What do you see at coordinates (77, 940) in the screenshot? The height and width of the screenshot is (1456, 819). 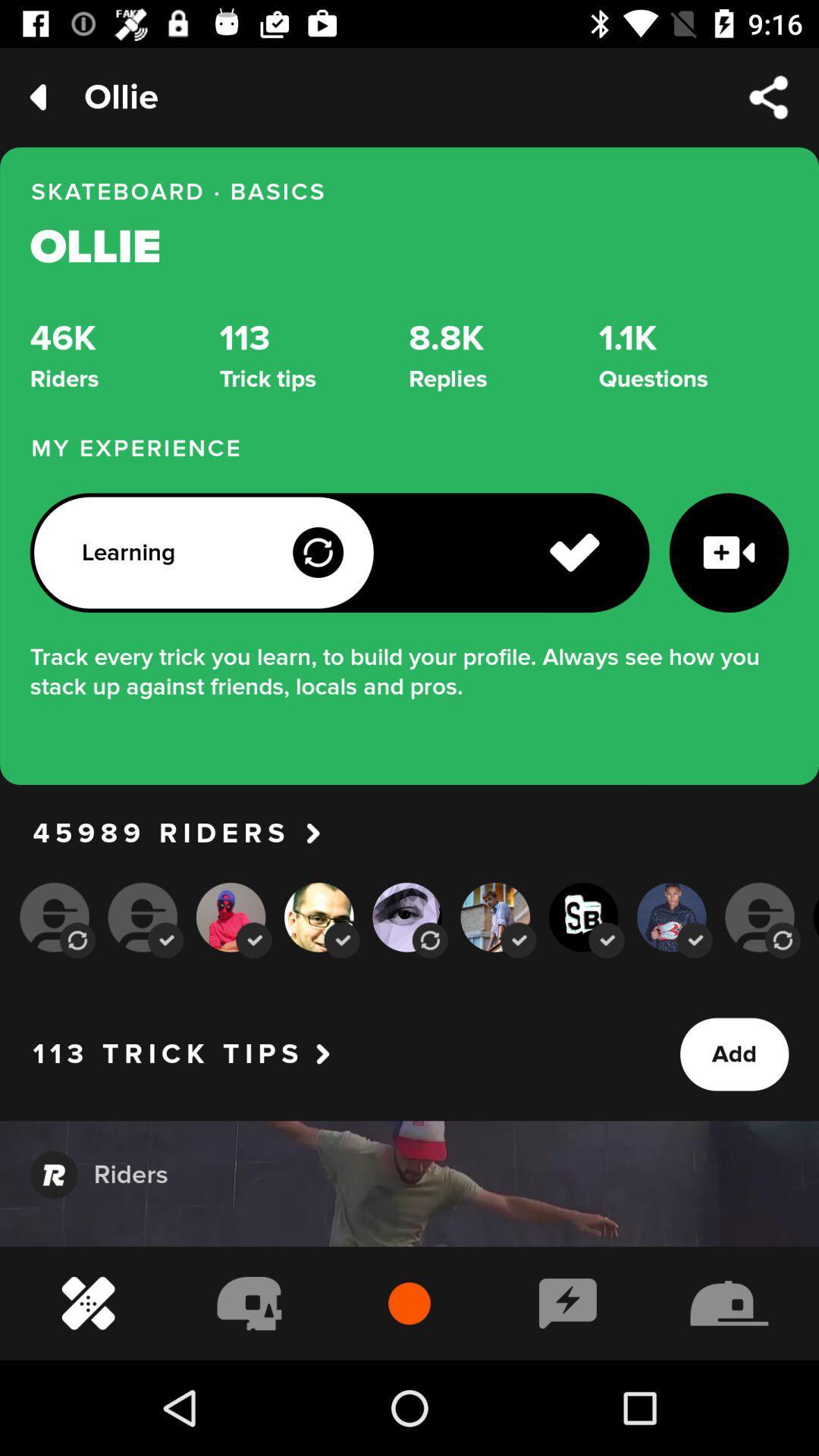 I see `the first auto rotate icon which is below 45989 riders on page` at bounding box center [77, 940].